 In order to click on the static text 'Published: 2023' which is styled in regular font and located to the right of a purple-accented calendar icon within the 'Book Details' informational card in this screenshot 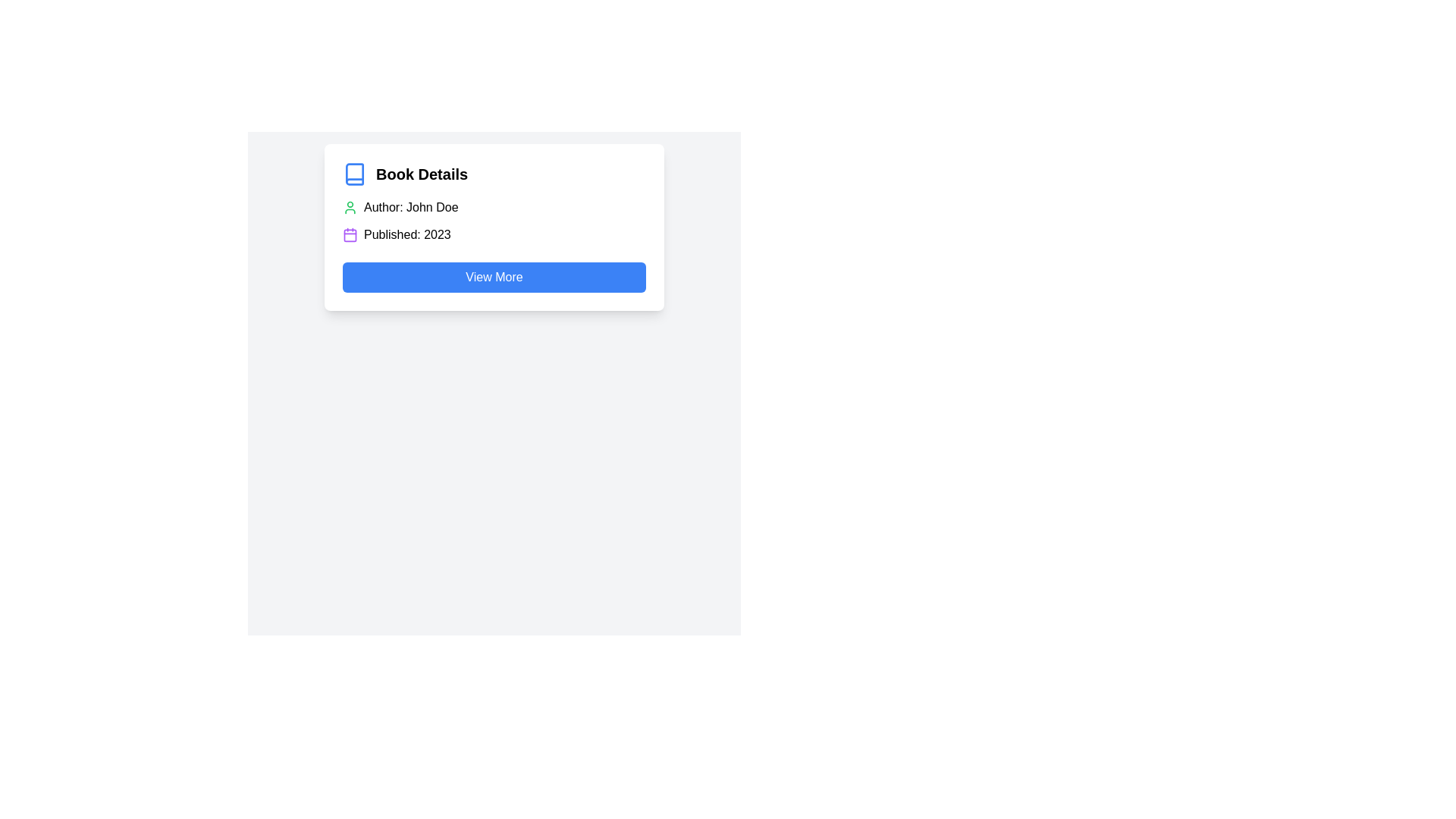, I will do `click(407, 234)`.